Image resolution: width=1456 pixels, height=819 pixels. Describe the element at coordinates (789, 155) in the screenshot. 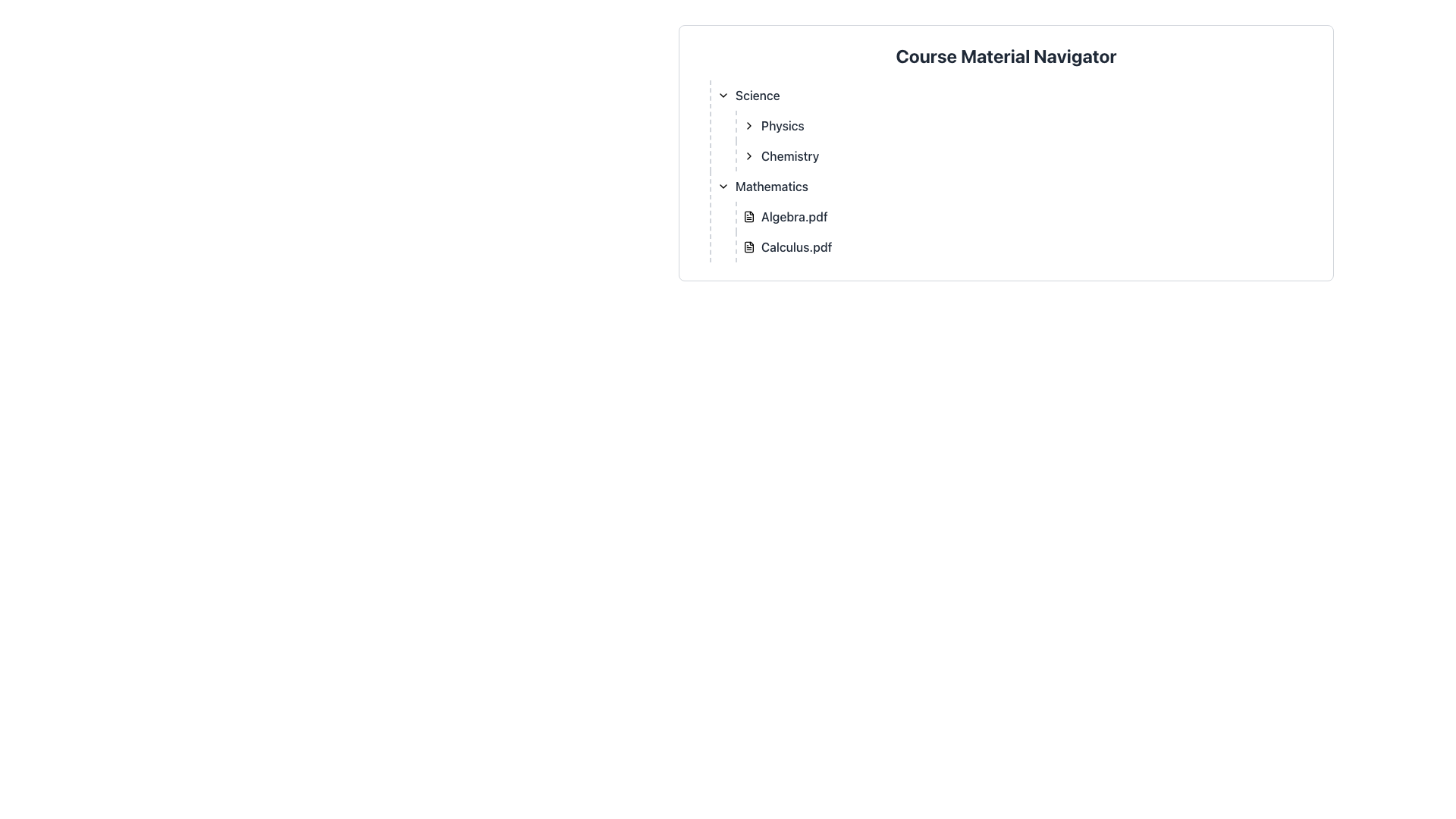

I see `the 'Chemistry' text label in the 'Science' section of the Course Material Navigator, which is styled in medium font weight and dark gray color` at that location.